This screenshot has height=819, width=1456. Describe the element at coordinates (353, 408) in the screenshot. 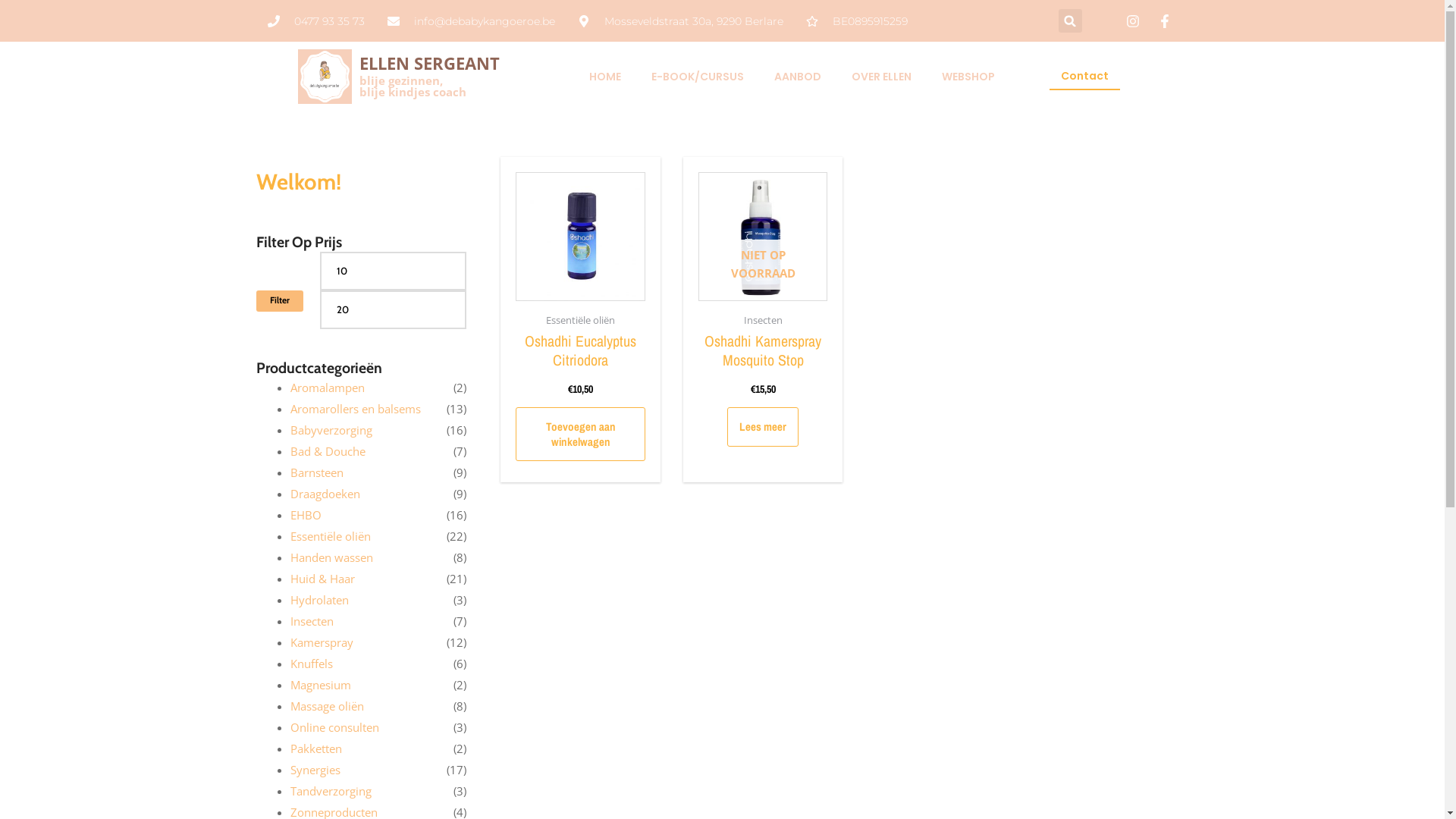

I see `'Aromarollers en balsems'` at that location.